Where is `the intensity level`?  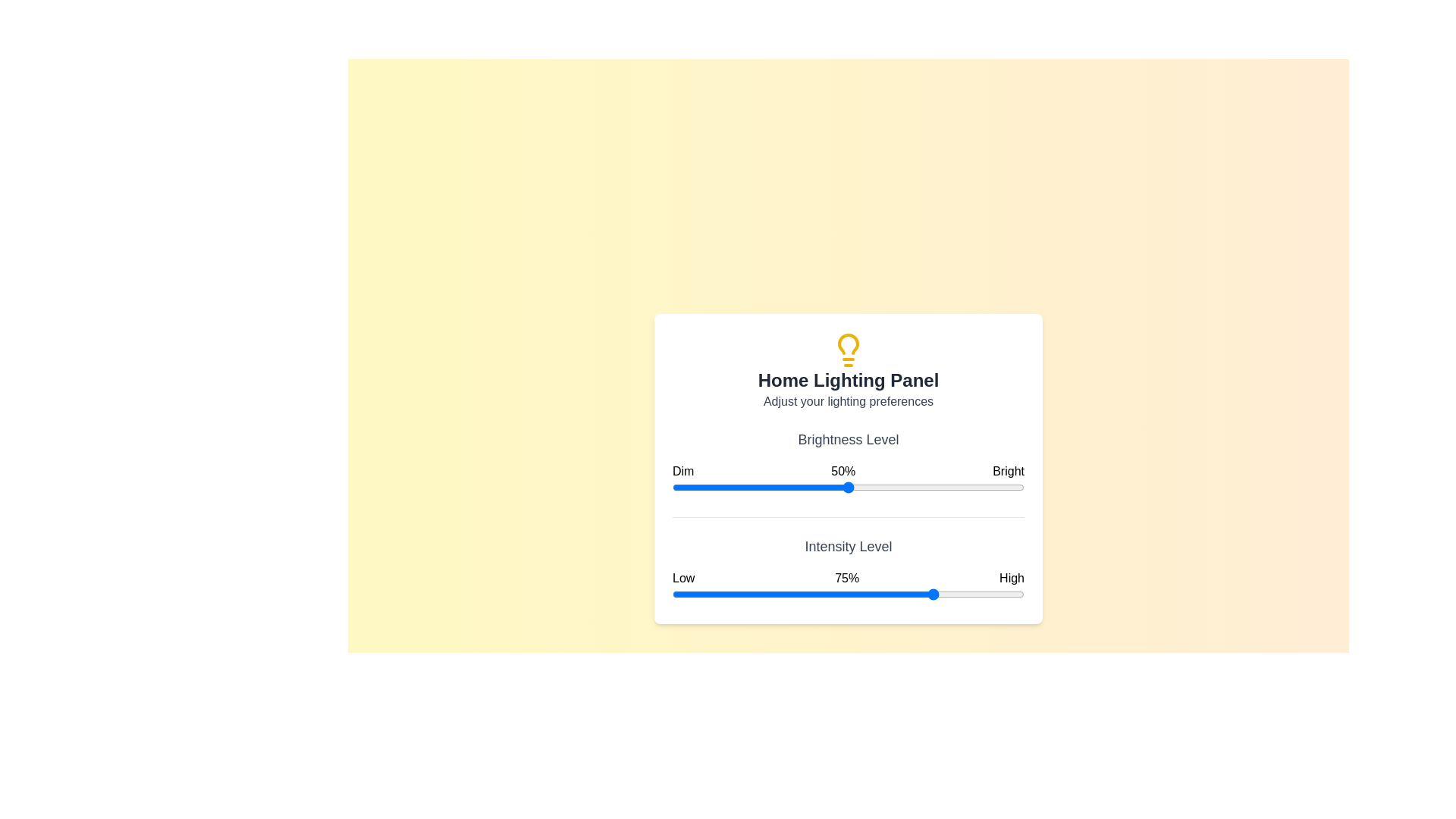
the intensity level is located at coordinates (749, 593).